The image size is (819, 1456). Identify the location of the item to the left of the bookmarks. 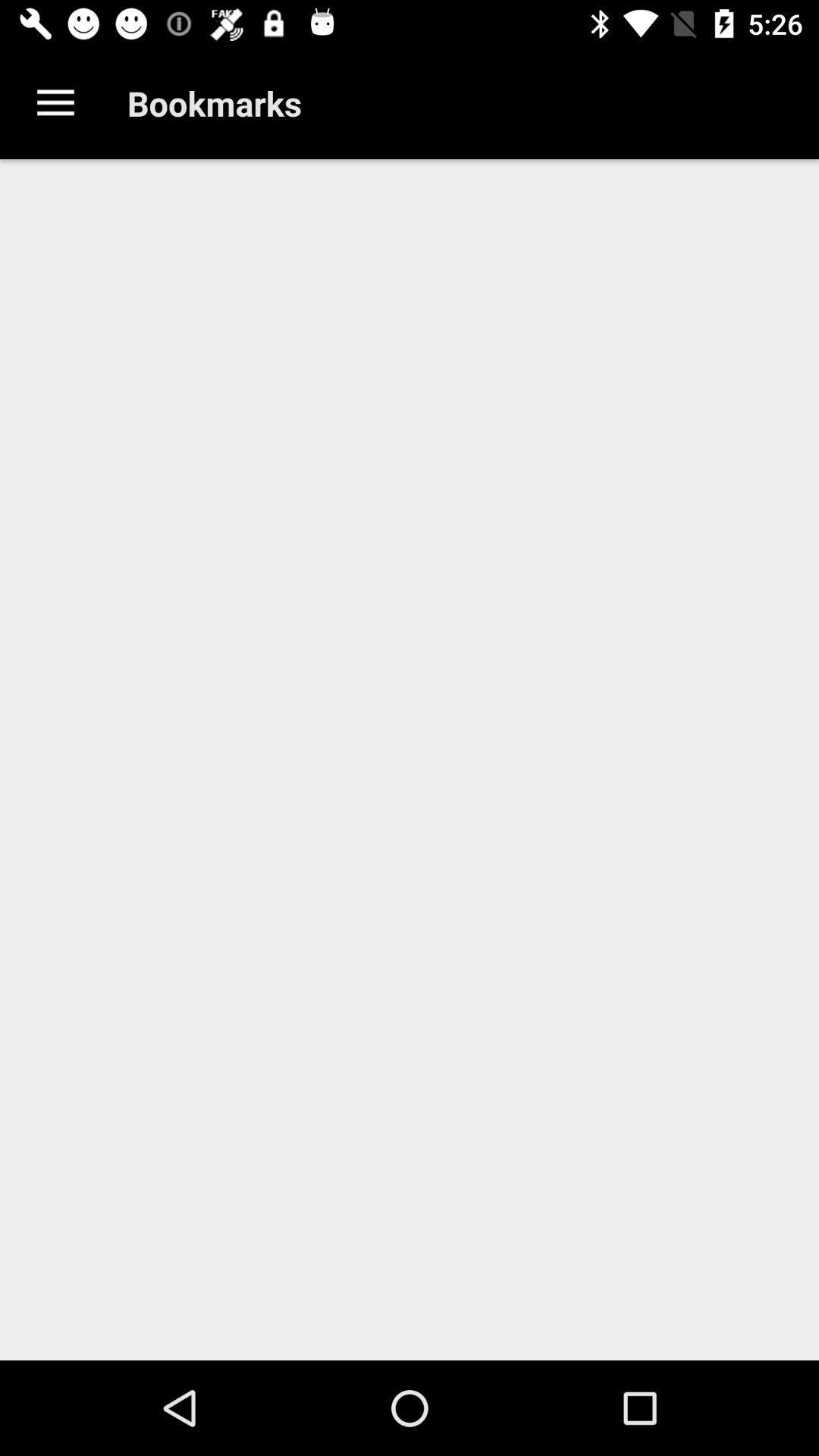
(55, 102).